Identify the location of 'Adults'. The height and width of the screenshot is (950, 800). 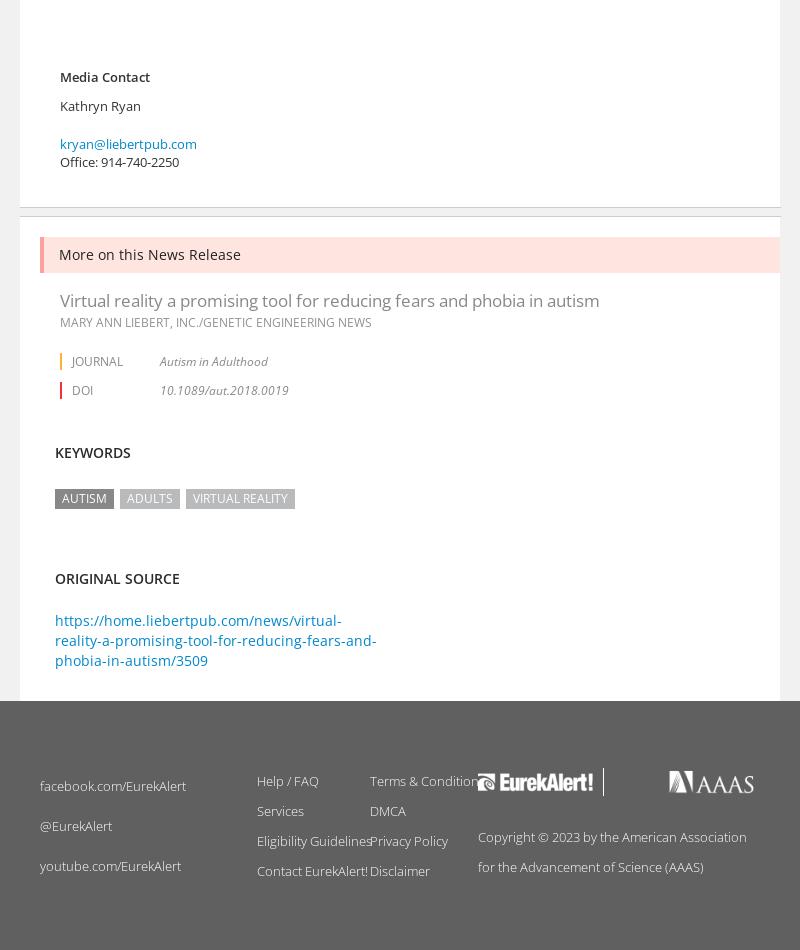
(150, 497).